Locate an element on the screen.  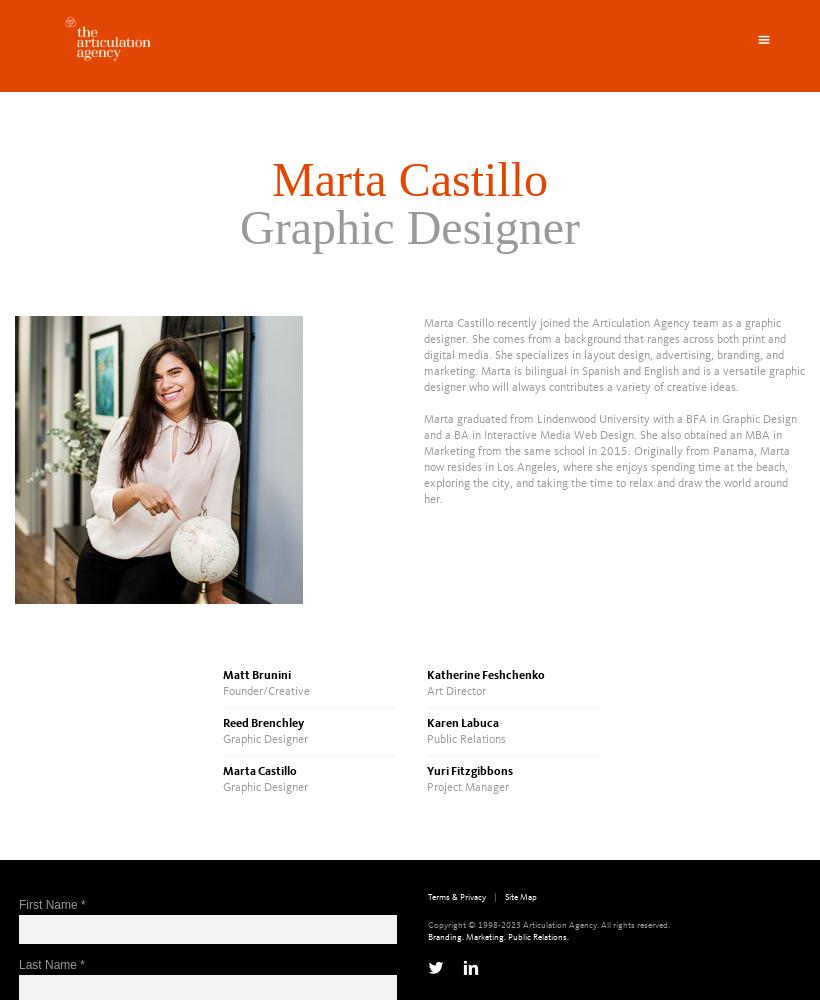
'Terms & Privacy' is located at coordinates (455, 896).